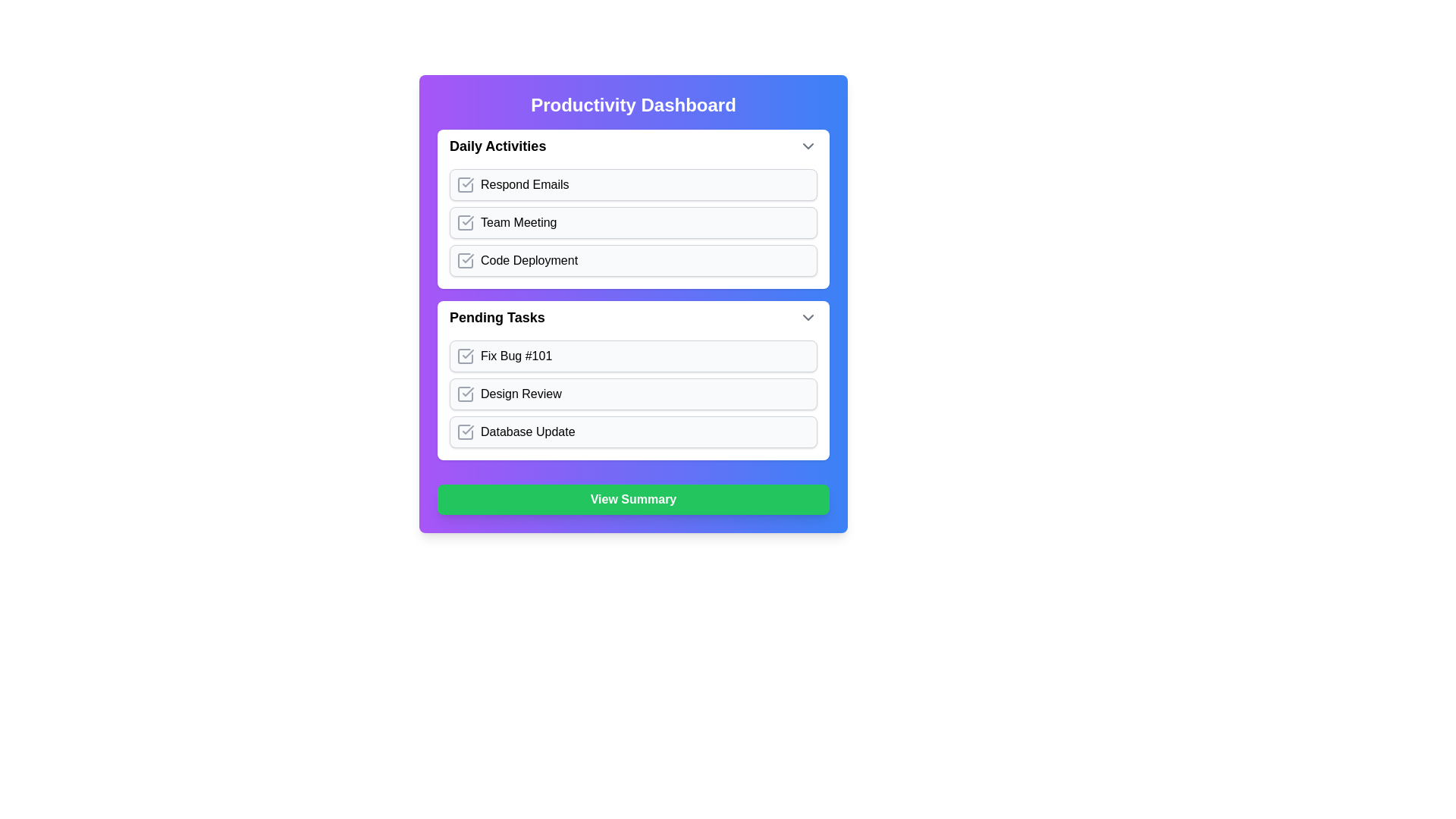 The width and height of the screenshot is (1456, 819). Describe the element at coordinates (465, 184) in the screenshot. I see `the checkbox outline for the 'Respond Emails' task in the 'Daily Activities' section of the Productivity Dashboard` at that location.